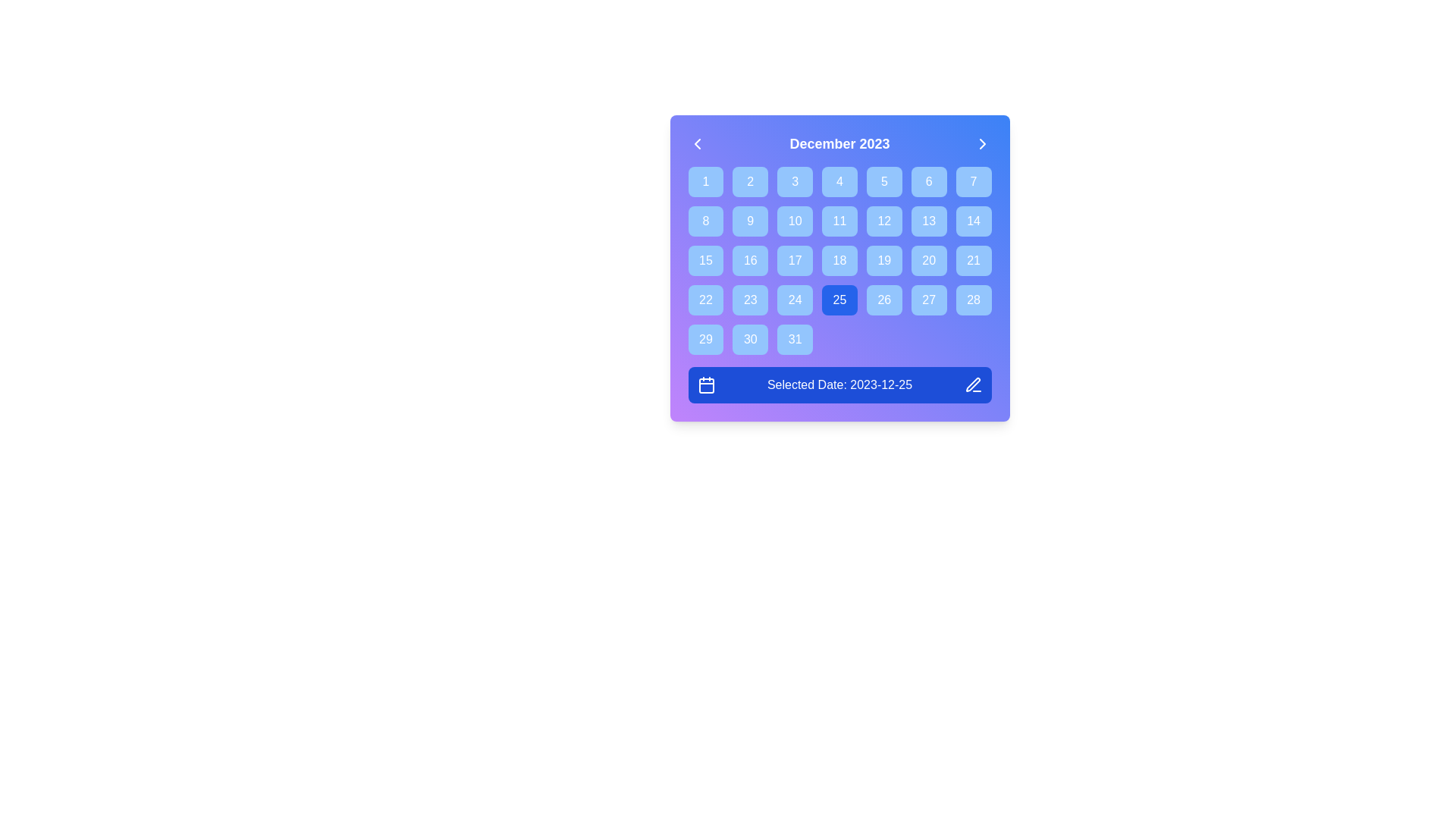 The width and height of the screenshot is (1456, 819). I want to click on the Calendar Day Button displaying the digit '8', which is a light blue rectangular box with rounded corners, located in the second row, first column of the grid, so click(705, 221).